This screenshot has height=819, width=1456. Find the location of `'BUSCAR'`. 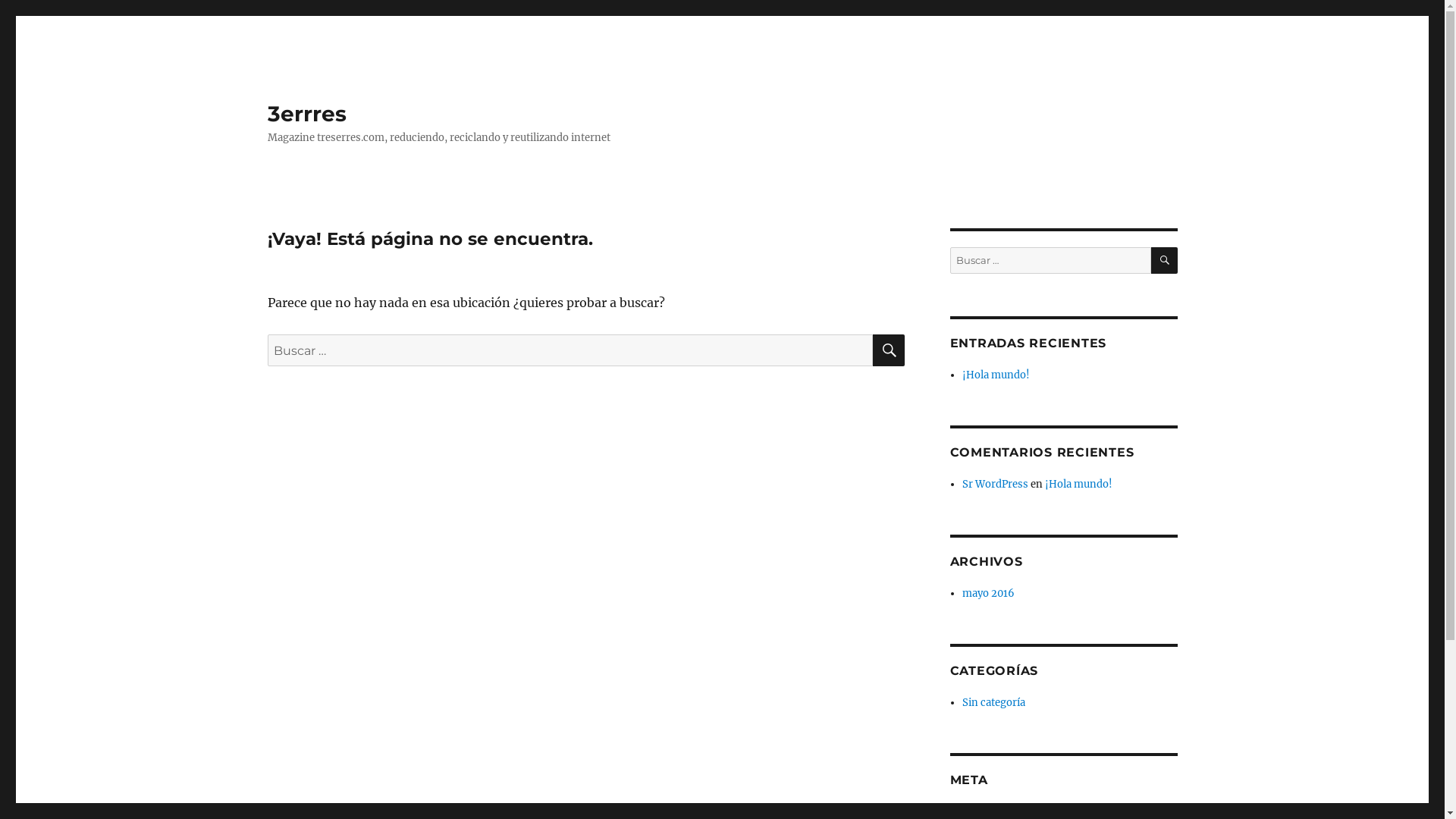

'BUSCAR' is located at coordinates (888, 350).